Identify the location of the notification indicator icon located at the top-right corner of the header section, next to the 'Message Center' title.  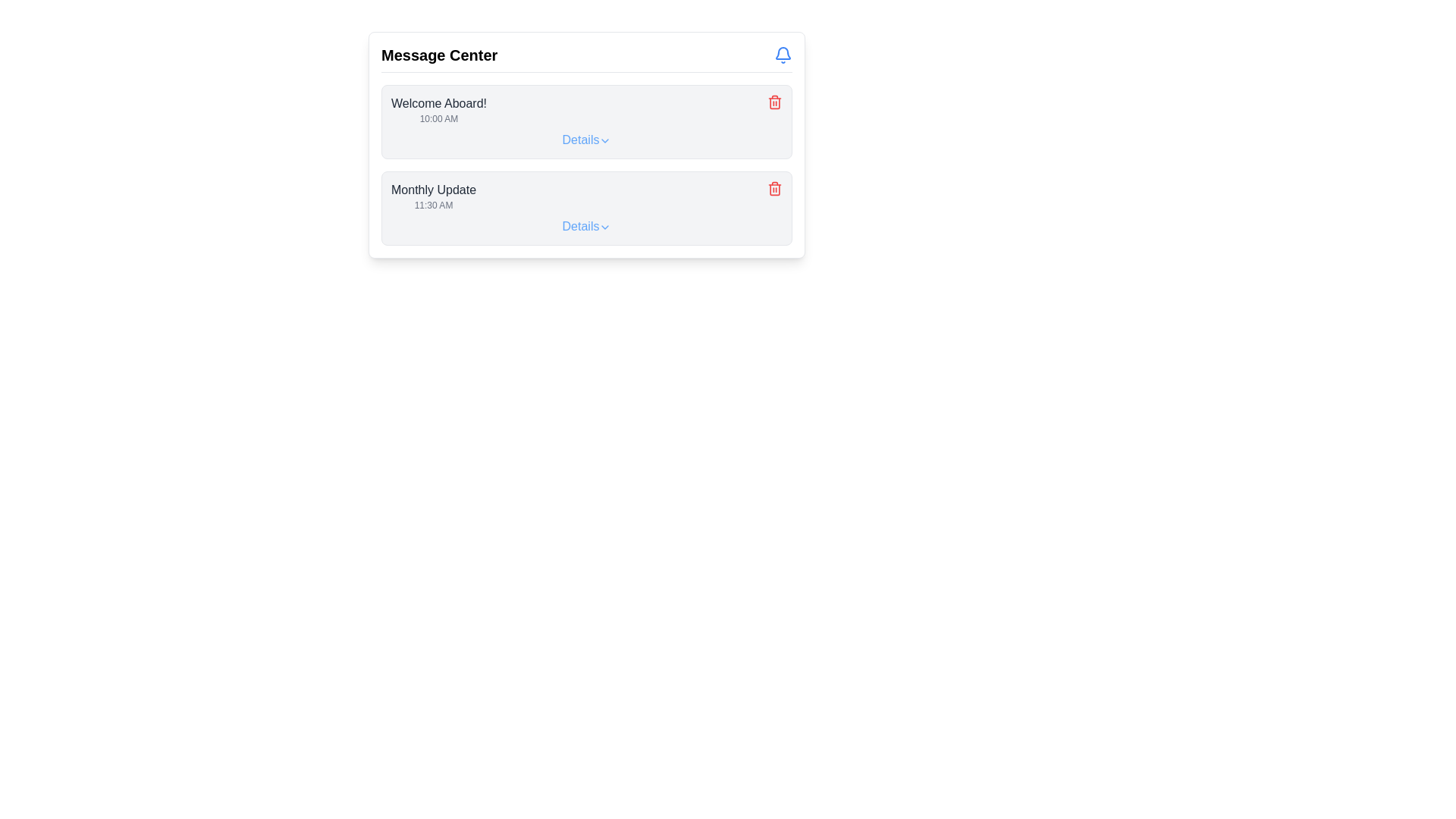
(783, 55).